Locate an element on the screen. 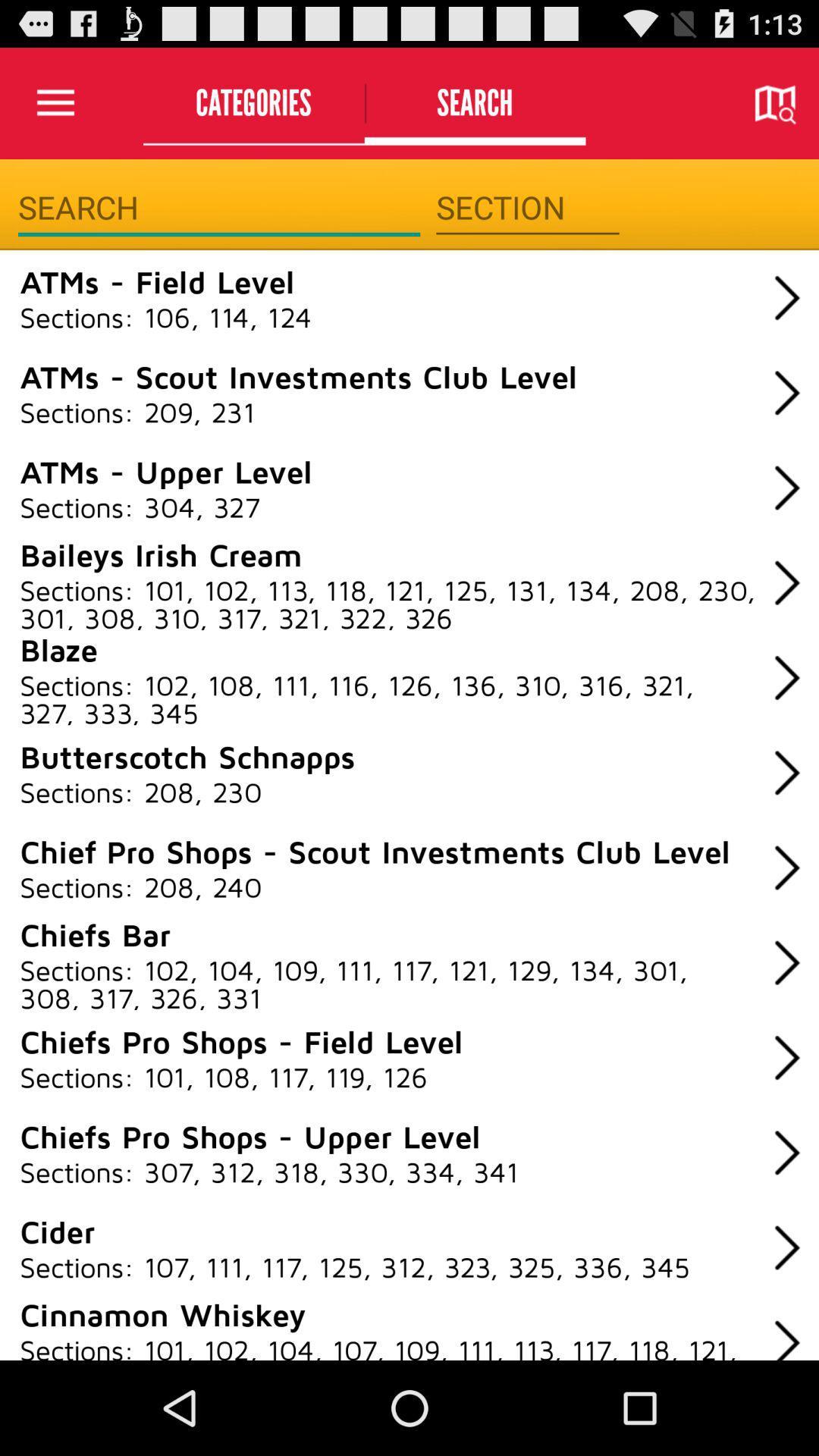 This screenshot has height=1456, width=819. the icon next to search is located at coordinates (253, 102).